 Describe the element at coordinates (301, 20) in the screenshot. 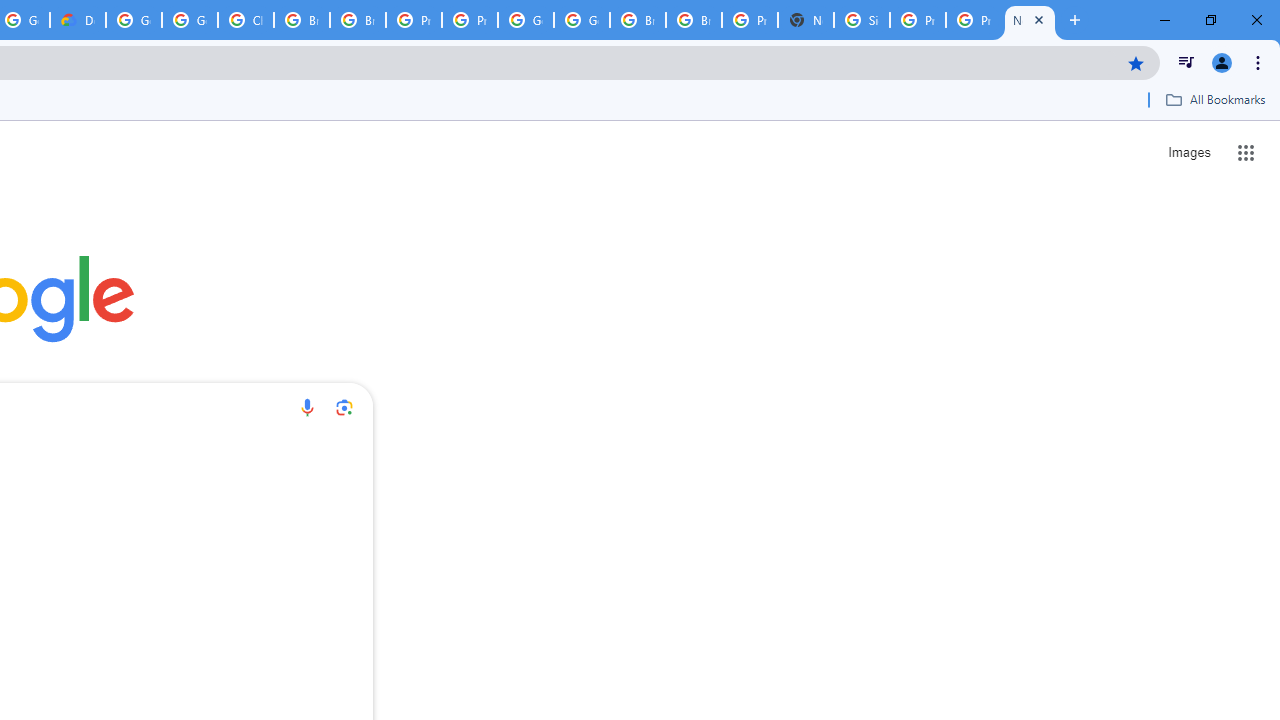

I see `'Browse Chrome as a guest - Computer - Google Chrome Help'` at that location.